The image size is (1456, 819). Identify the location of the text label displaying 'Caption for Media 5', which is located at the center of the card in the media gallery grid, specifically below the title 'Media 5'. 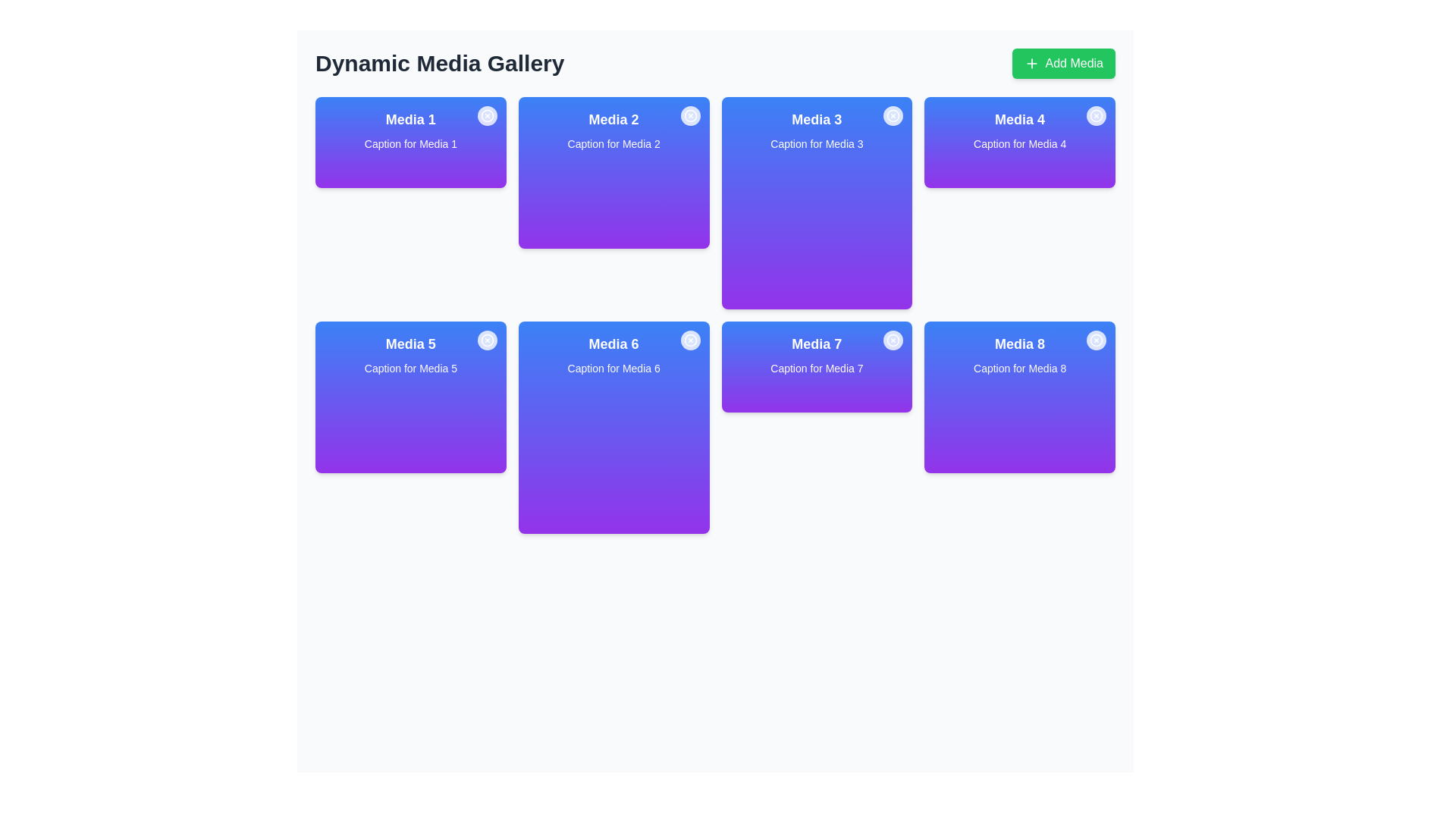
(410, 369).